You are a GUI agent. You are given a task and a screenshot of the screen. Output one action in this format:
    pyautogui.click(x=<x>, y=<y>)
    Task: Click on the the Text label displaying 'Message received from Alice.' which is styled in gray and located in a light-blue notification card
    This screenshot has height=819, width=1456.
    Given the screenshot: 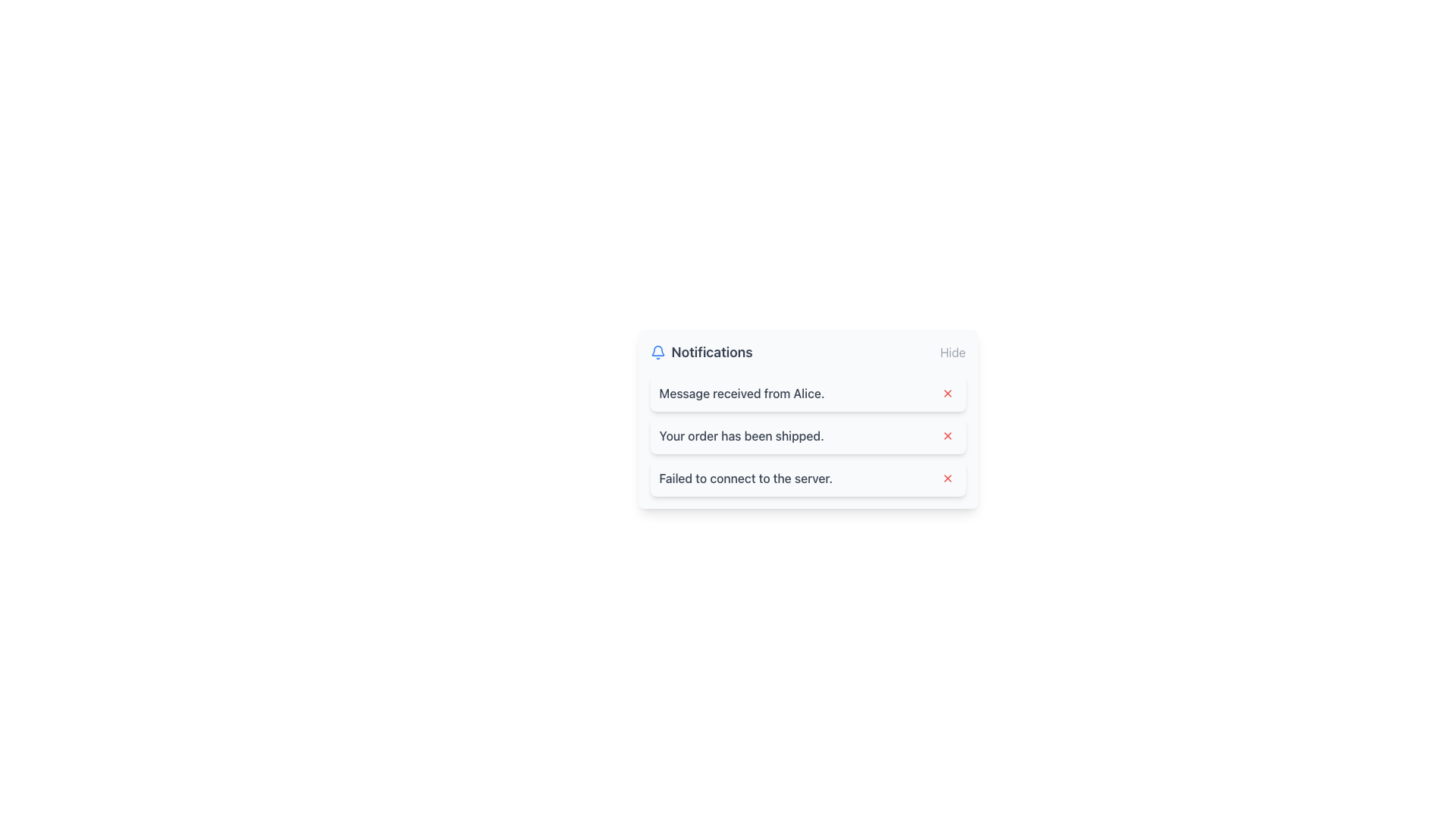 What is the action you would take?
    pyautogui.click(x=742, y=393)
    